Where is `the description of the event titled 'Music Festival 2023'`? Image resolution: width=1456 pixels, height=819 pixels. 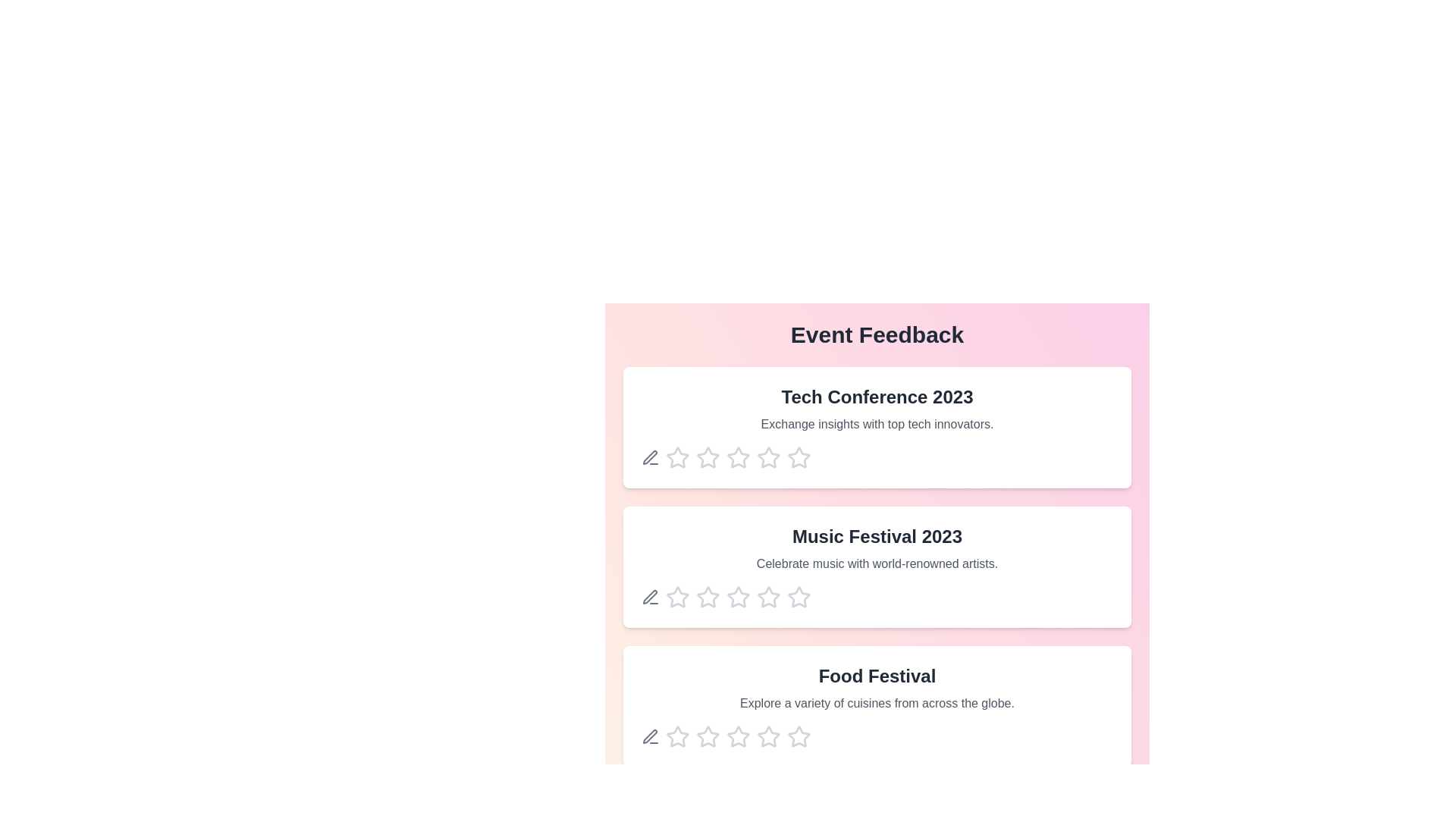 the description of the event titled 'Music Festival 2023' is located at coordinates (877, 567).